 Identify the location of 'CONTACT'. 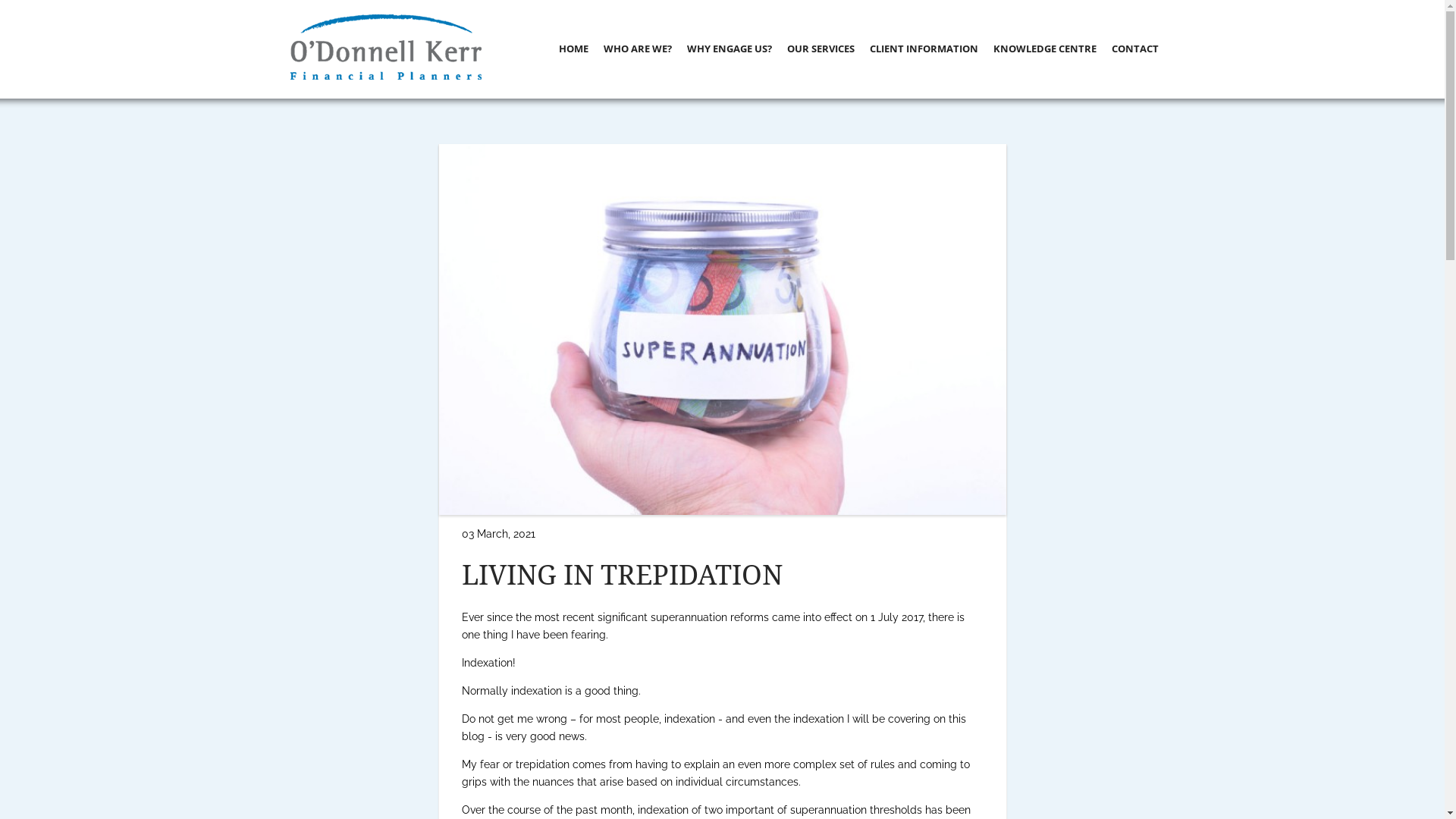
(1135, 48).